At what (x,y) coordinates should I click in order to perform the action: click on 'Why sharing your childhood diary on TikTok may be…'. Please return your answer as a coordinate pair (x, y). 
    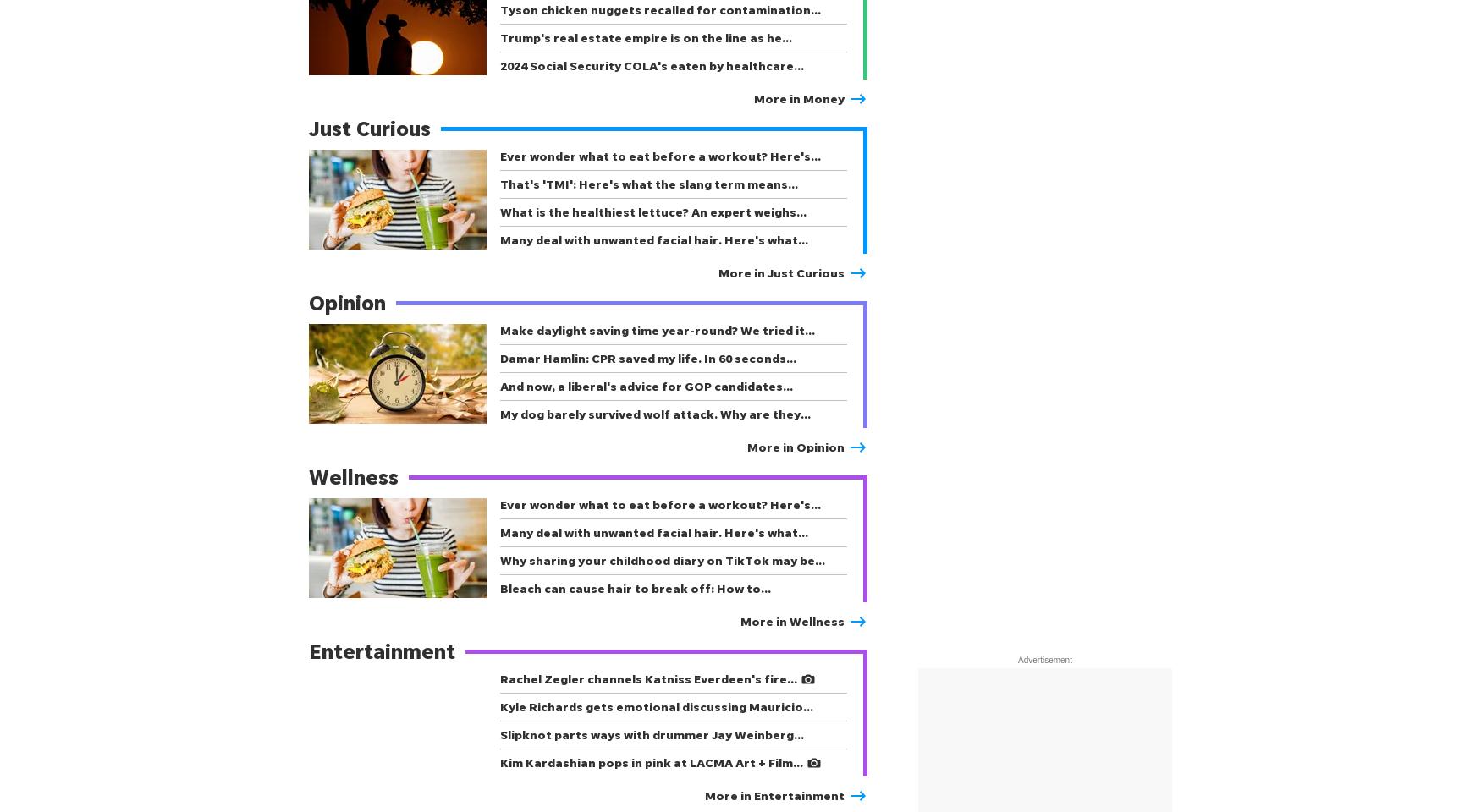
    Looking at the image, I should click on (499, 560).